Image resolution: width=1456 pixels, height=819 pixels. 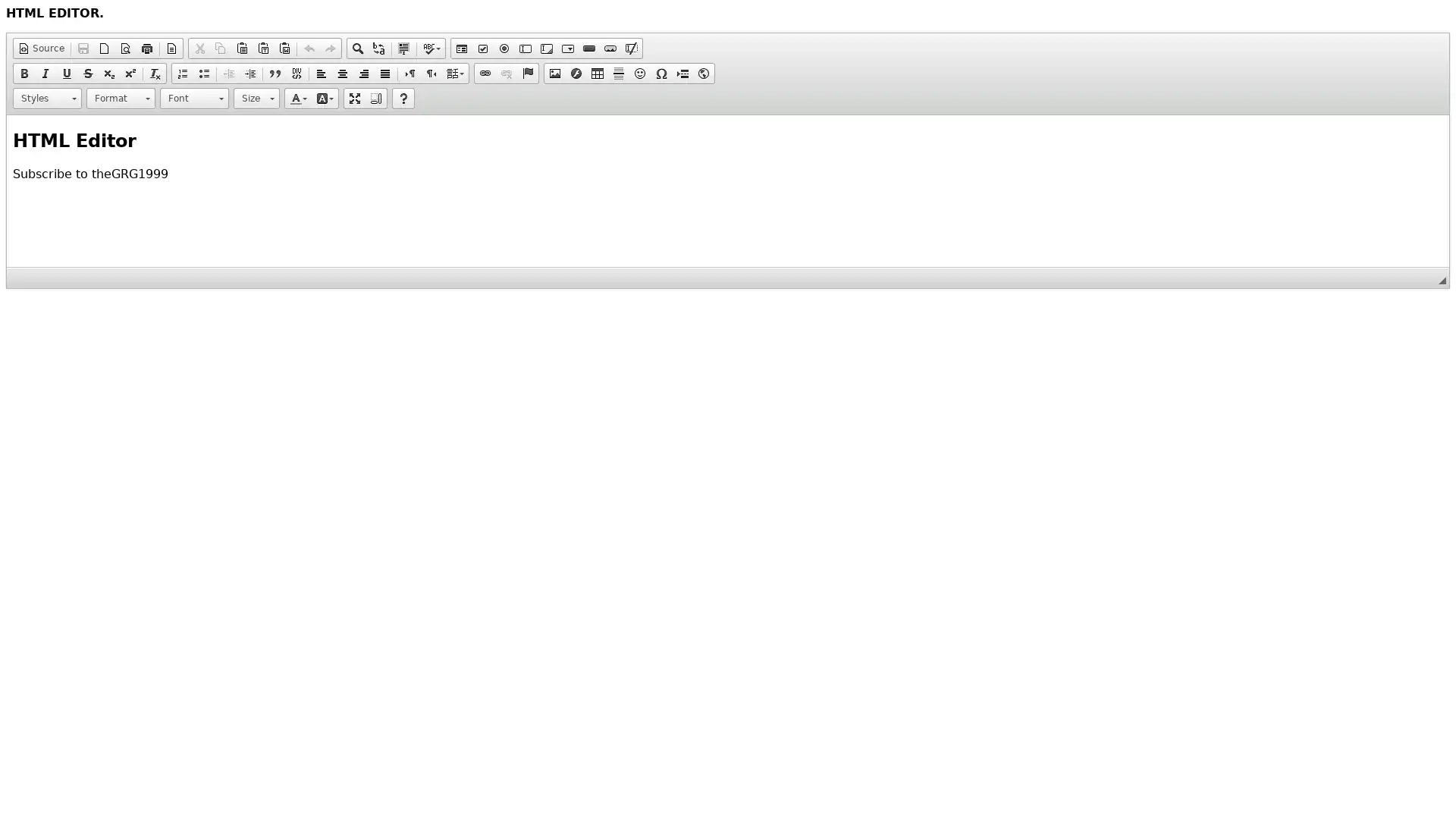 I want to click on Selection Field, so click(x=566, y=48).